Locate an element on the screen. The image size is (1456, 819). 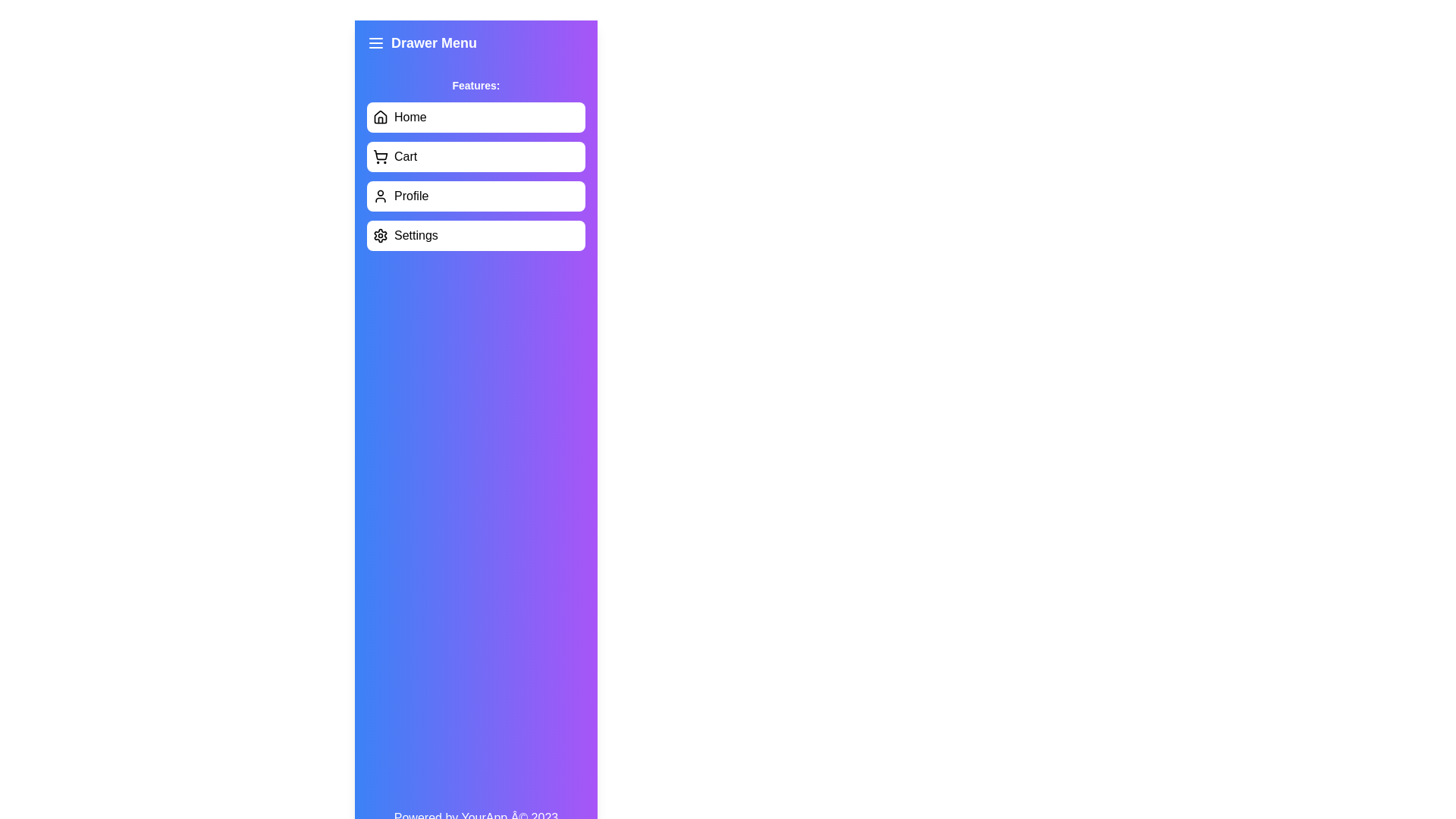
the 'Profile' text label located in the Drawer Menu is located at coordinates (411, 195).